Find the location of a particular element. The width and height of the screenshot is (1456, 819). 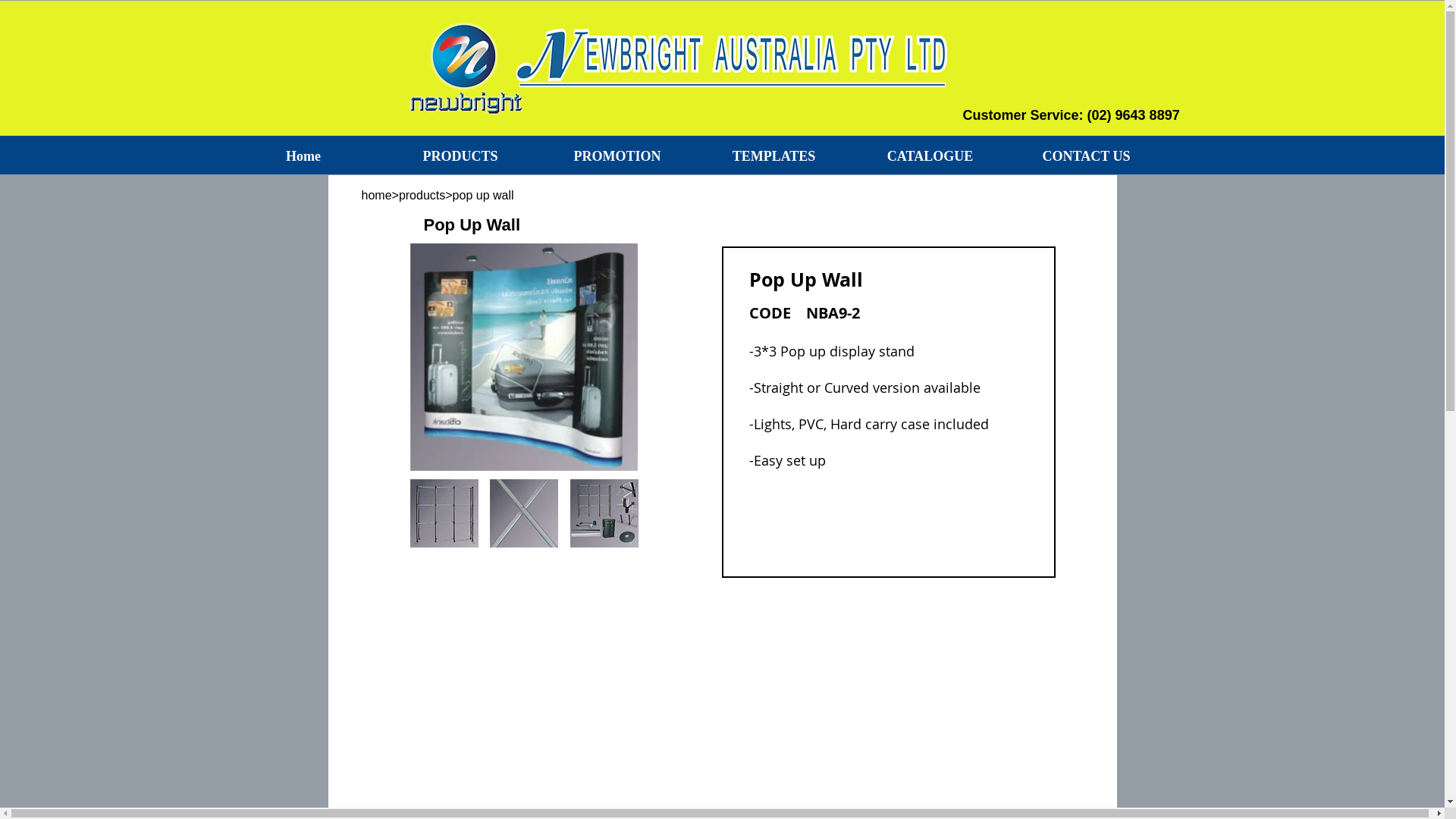

'CONTACT US' is located at coordinates (1008, 155).